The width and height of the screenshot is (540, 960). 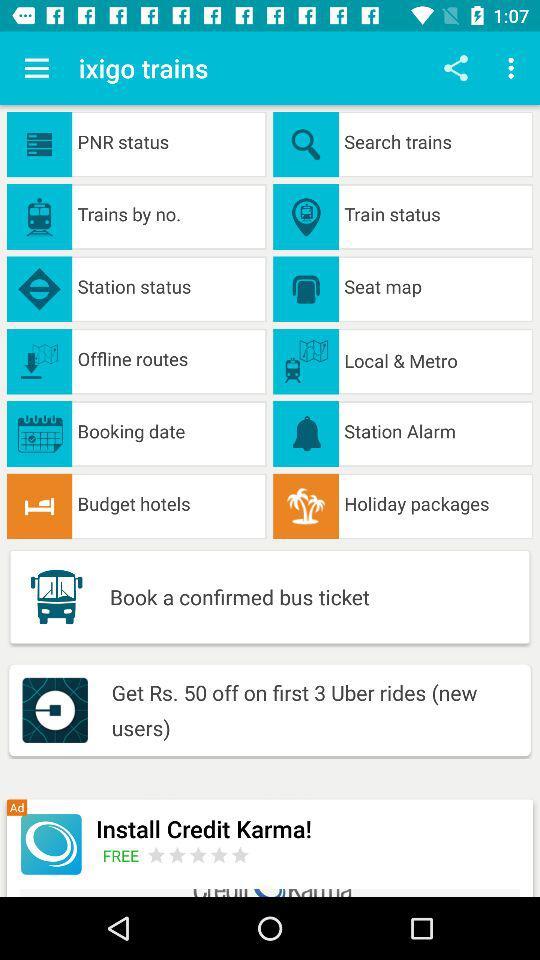 I want to click on goes to advertiser 's website, so click(x=198, y=854).